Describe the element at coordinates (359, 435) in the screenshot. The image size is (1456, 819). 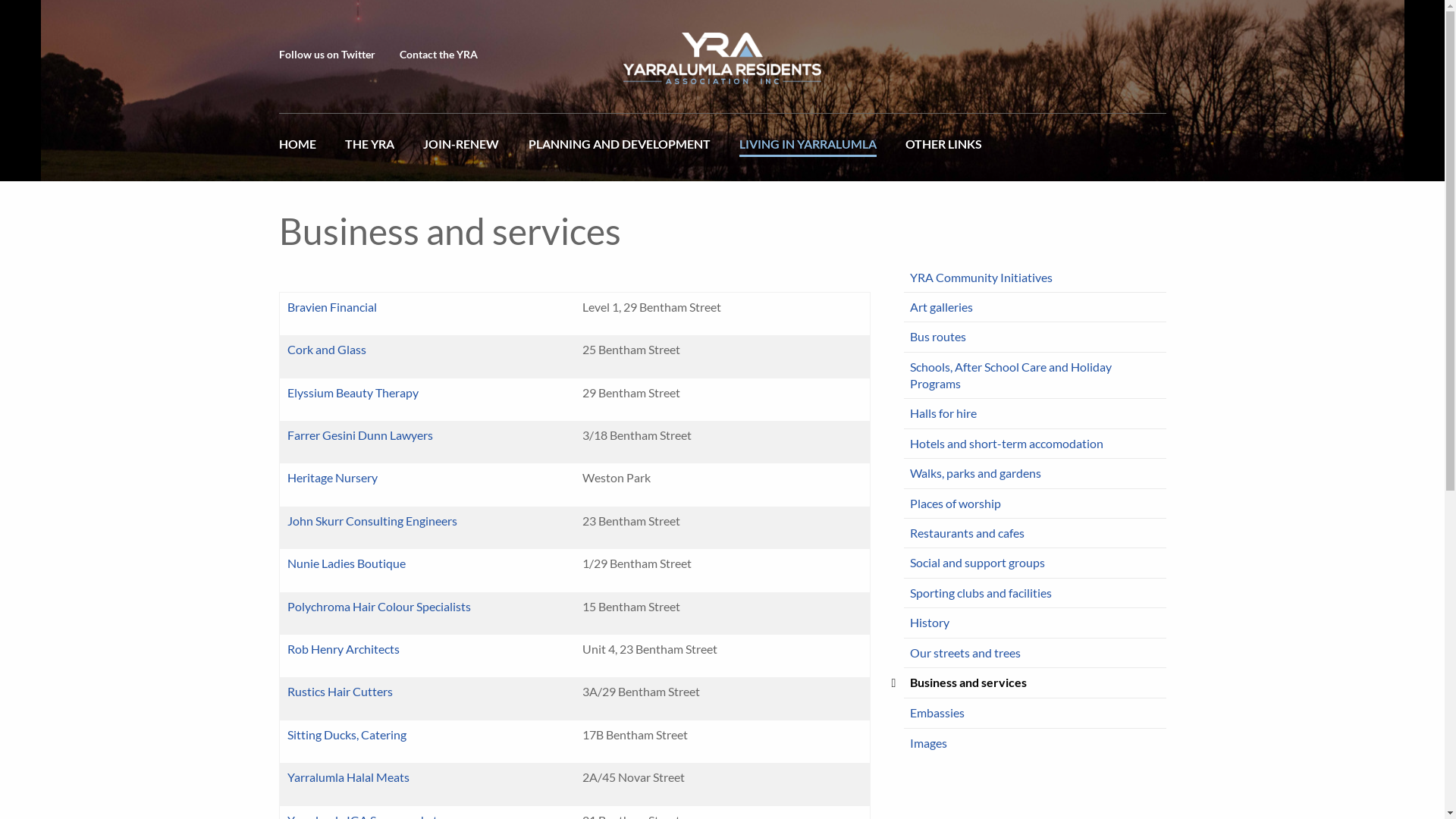
I see `'Farrer Gesini Dunn Lawyers'` at that location.